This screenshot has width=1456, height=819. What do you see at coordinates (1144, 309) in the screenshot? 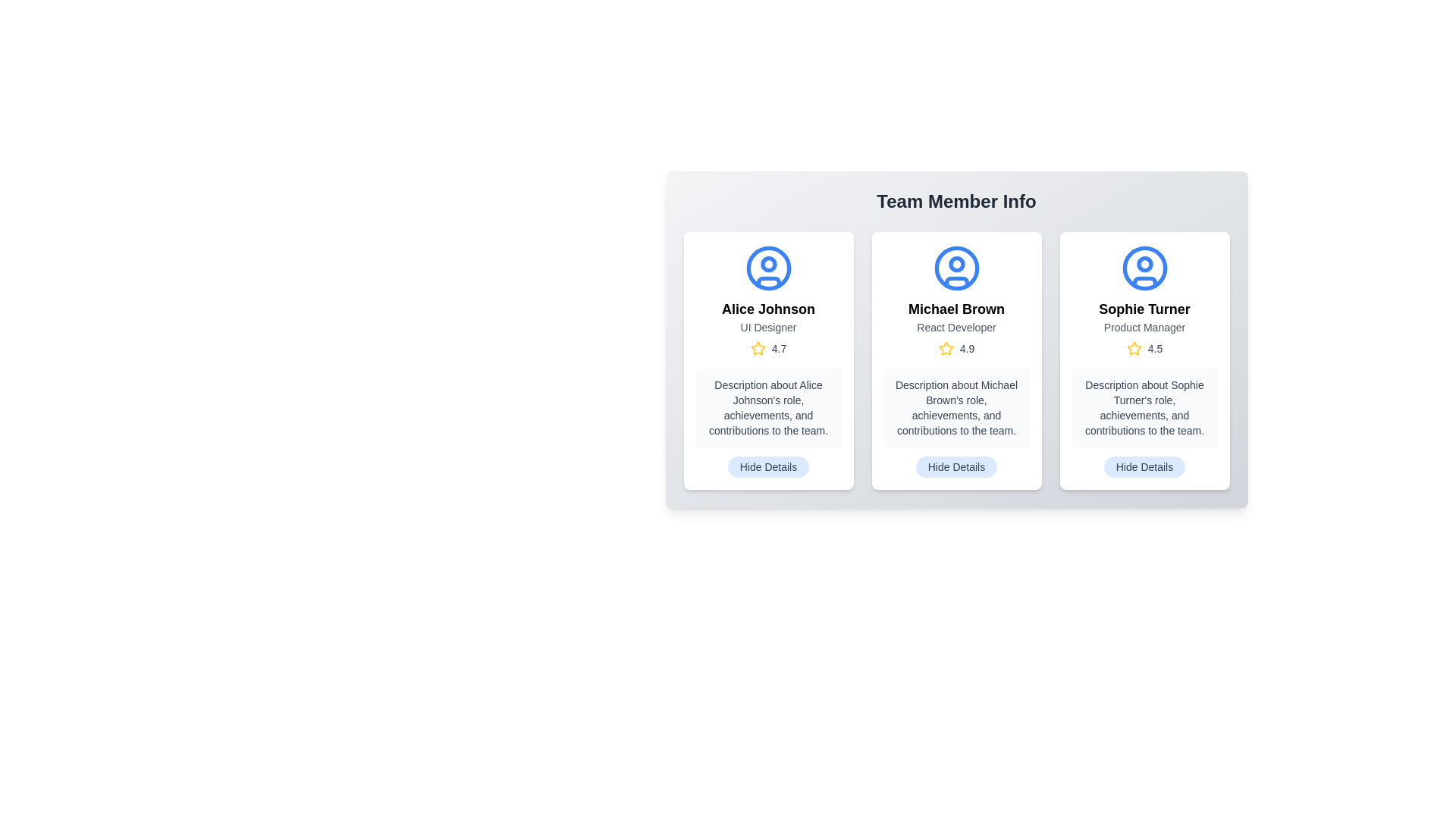
I see `the bold, black-text title reading 'Sophie Turner', which is the main heading in the rightmost card of a horizontally aligned list of three cards` at bounding box center [1144, 309].